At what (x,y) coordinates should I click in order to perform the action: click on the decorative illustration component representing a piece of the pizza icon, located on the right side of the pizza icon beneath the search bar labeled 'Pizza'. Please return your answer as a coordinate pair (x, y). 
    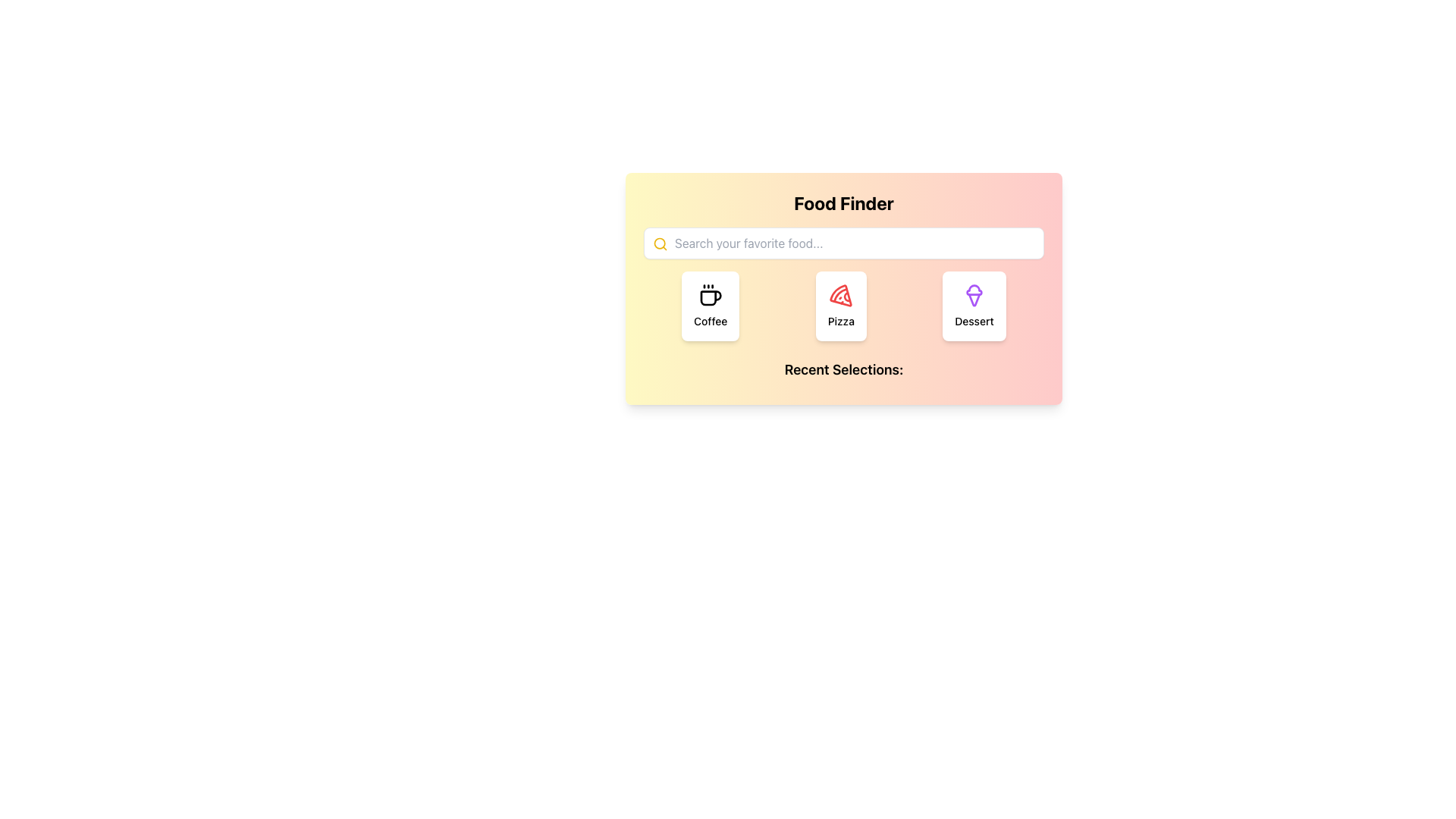
    Looking at the image, I should click on (846, 297).